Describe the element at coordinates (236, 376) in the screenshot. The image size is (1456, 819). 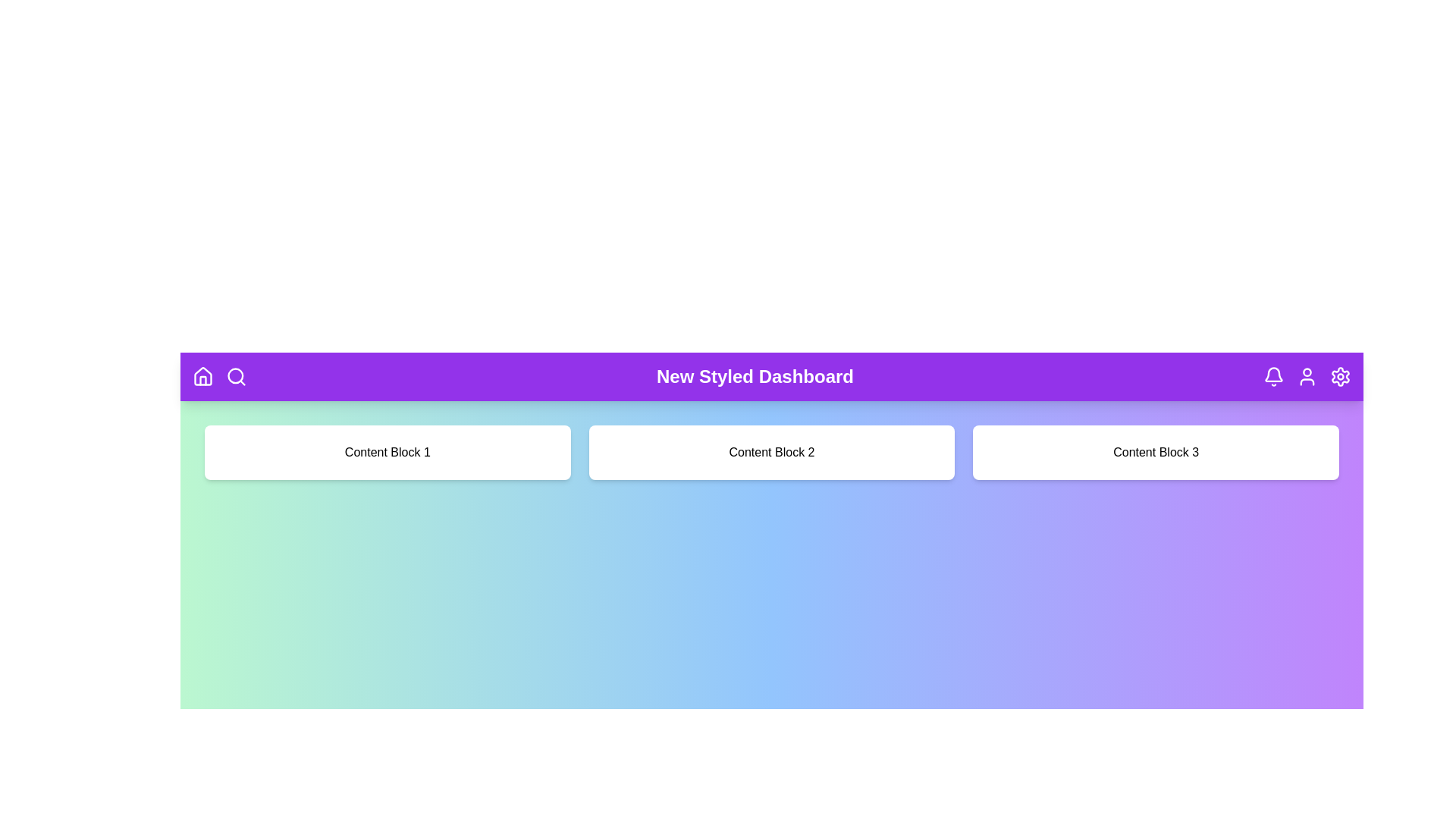
I see `the search icon in the header navigation bar` at that location.